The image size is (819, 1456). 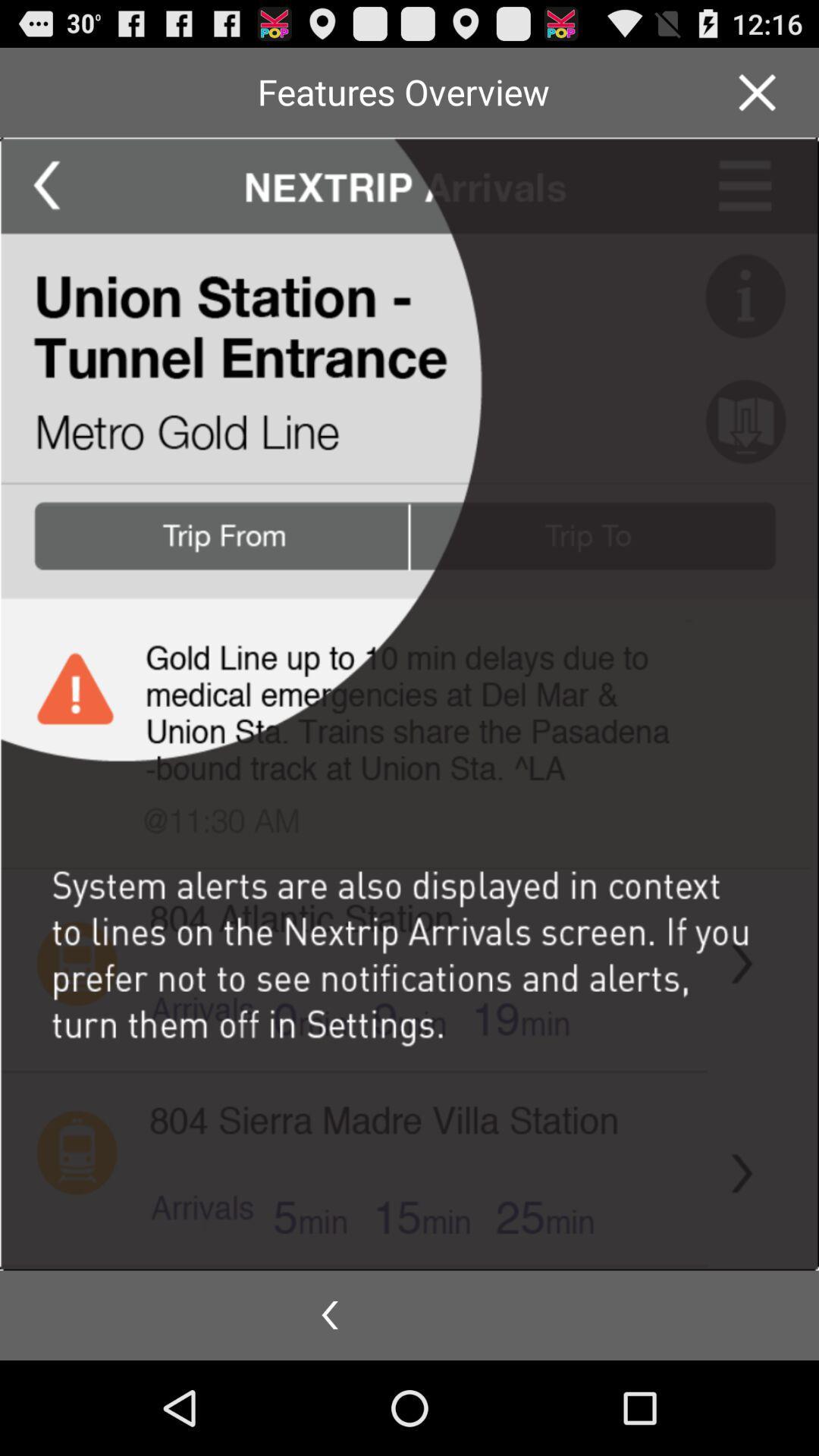 What do you see at coordinates (757, 98) in the screenshot?
I see `the close icon` at bounding box center [757, 98].